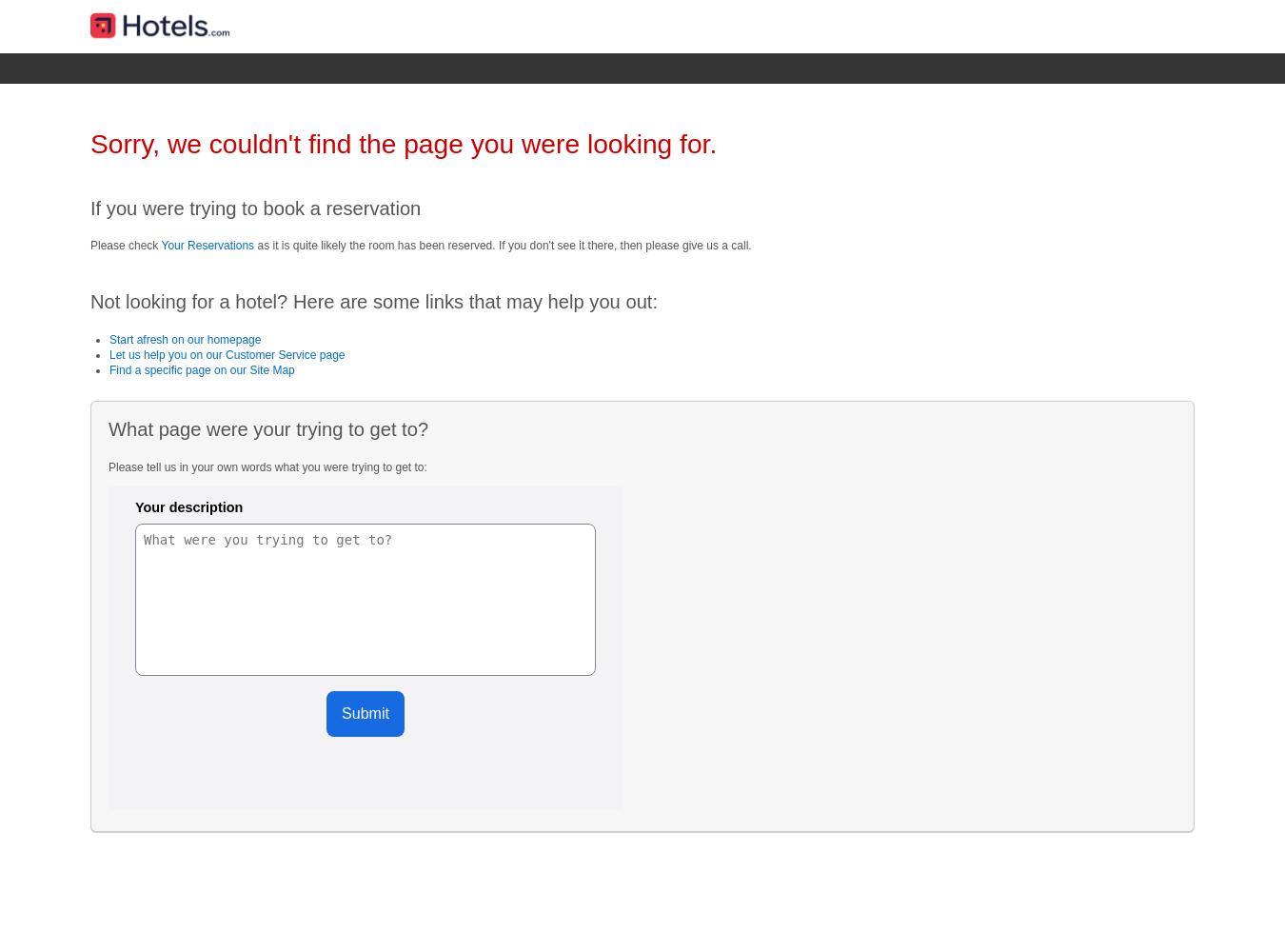 The width and height of the screenshot is (1285, 952). Describe the element at coordinates (201, 370) in the screenshot. I see `'Find a specific page on our Site Map'` at that location.